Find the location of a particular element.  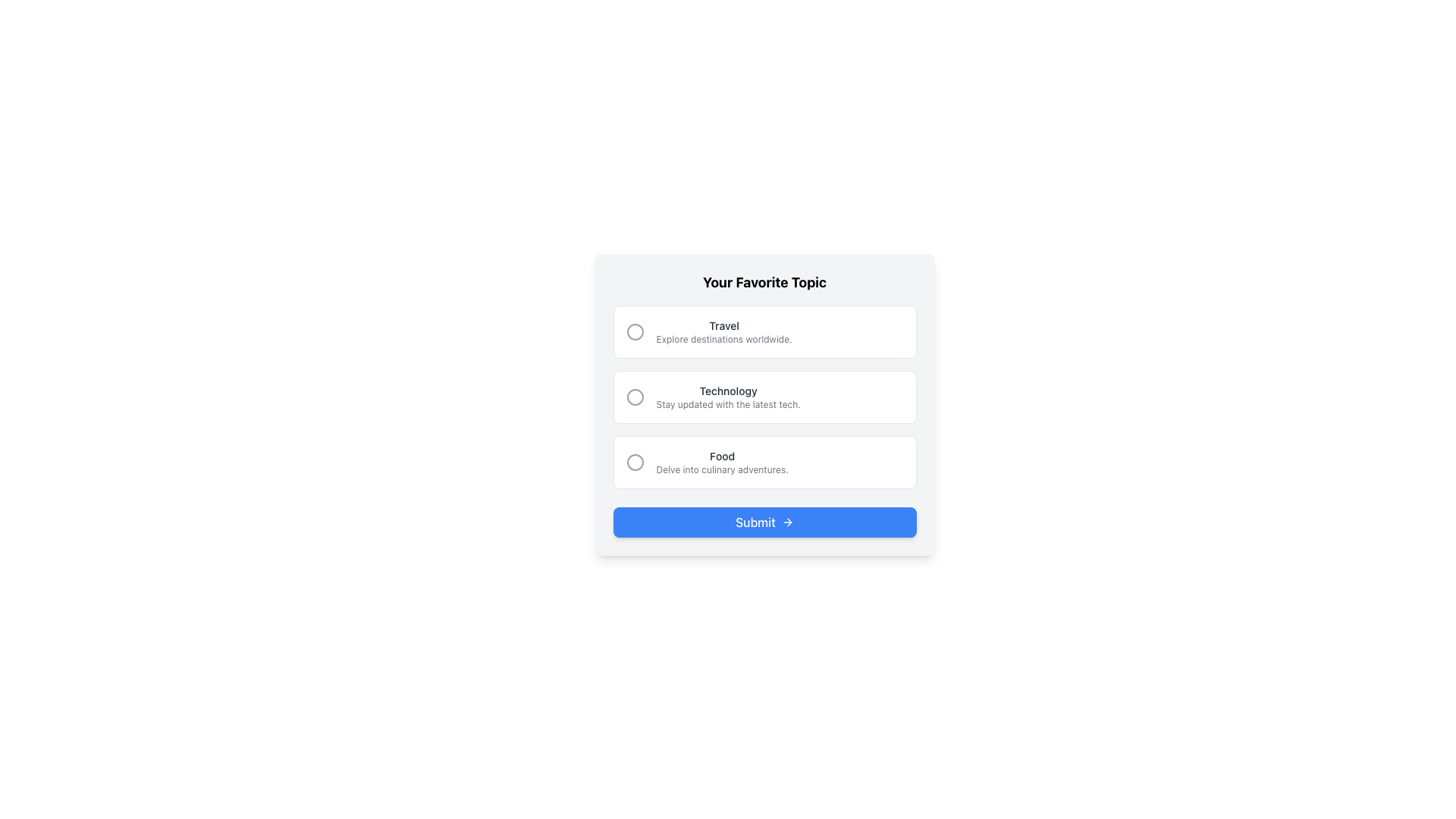

the text snippet 'Stay updated with the latest tech.' which is styled in a small, light gray font located below the 'Technology' title is located at coordinates (728, 403).